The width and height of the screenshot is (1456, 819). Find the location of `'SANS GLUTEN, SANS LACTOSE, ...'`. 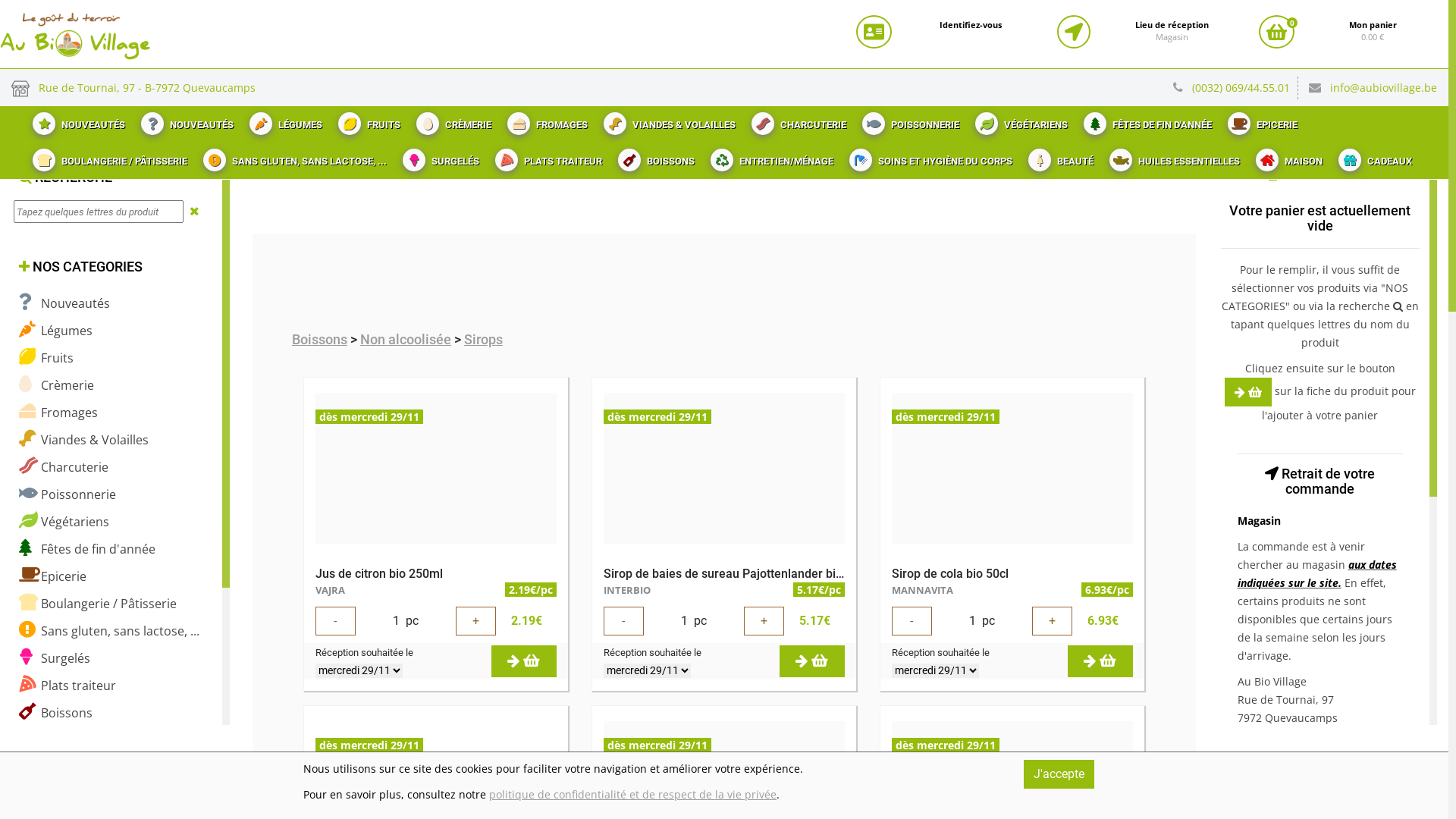

'SANS GLUTEN, SANS LACTOSE, ...' is located at coordinates (293, 157).